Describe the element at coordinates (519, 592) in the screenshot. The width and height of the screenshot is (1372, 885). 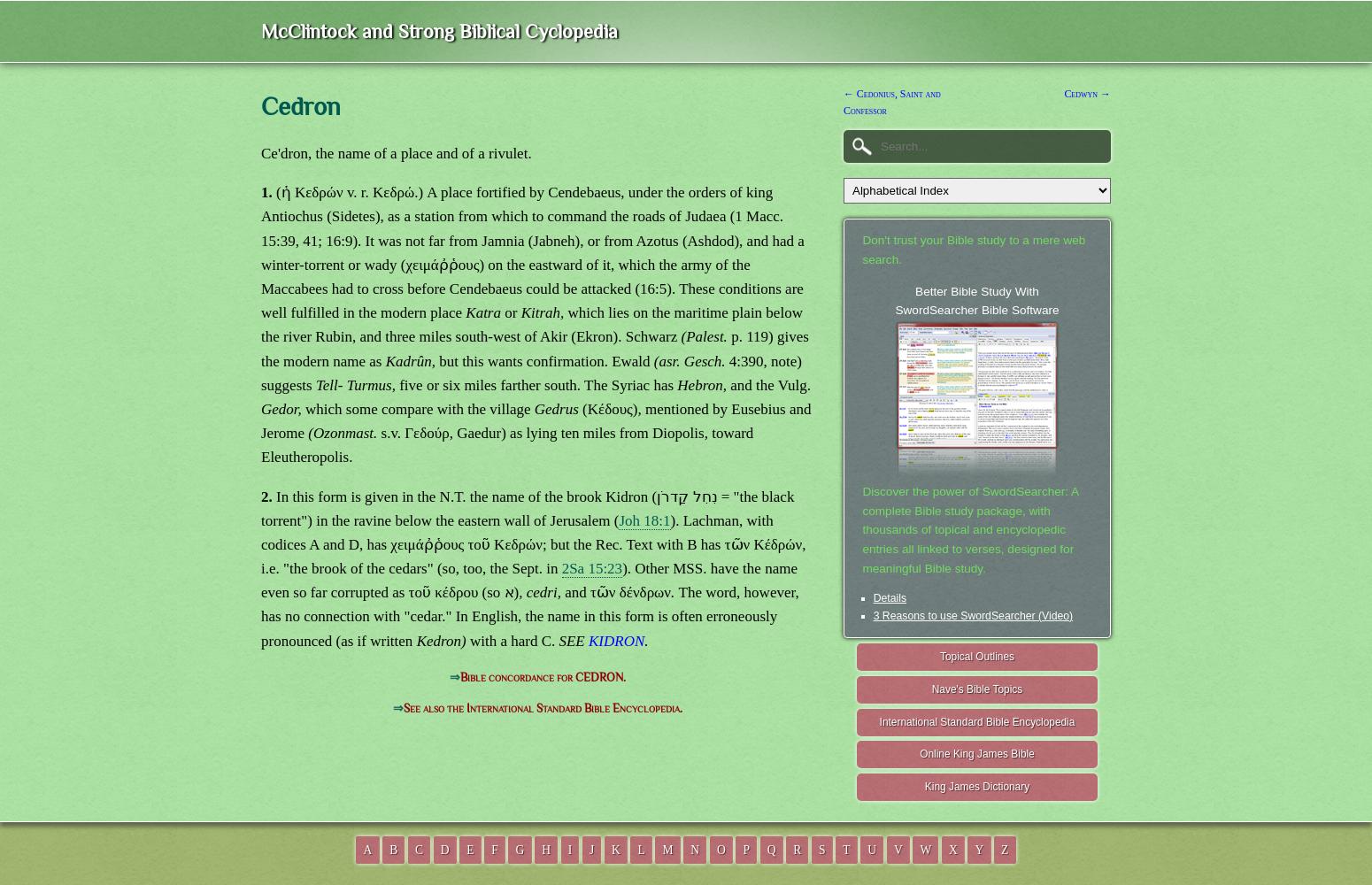
I see `', cedri,'` at that location.